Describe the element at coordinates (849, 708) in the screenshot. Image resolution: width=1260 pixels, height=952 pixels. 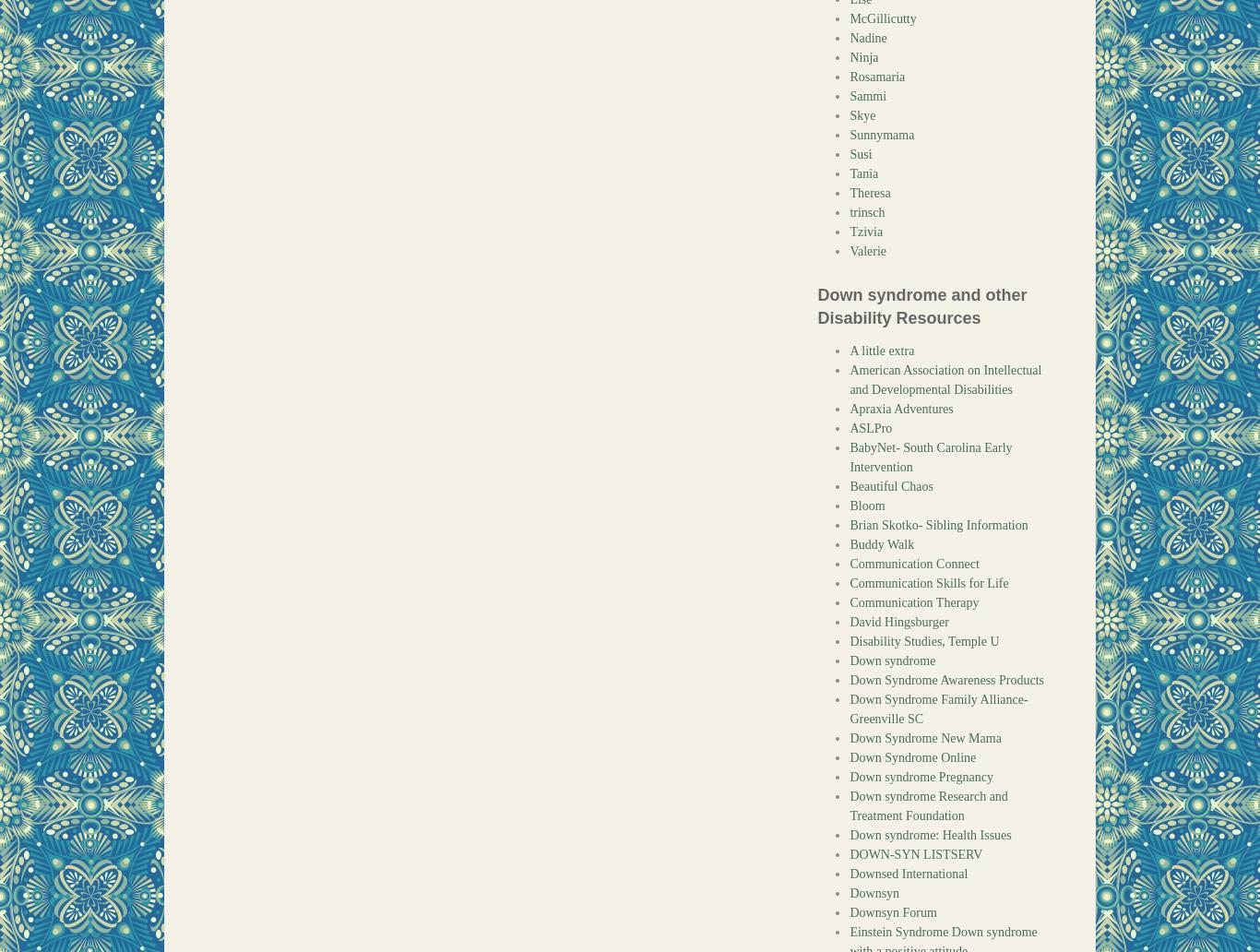
I see `'Down Syndrome Family Alliance- Greenville SC'` at that location.